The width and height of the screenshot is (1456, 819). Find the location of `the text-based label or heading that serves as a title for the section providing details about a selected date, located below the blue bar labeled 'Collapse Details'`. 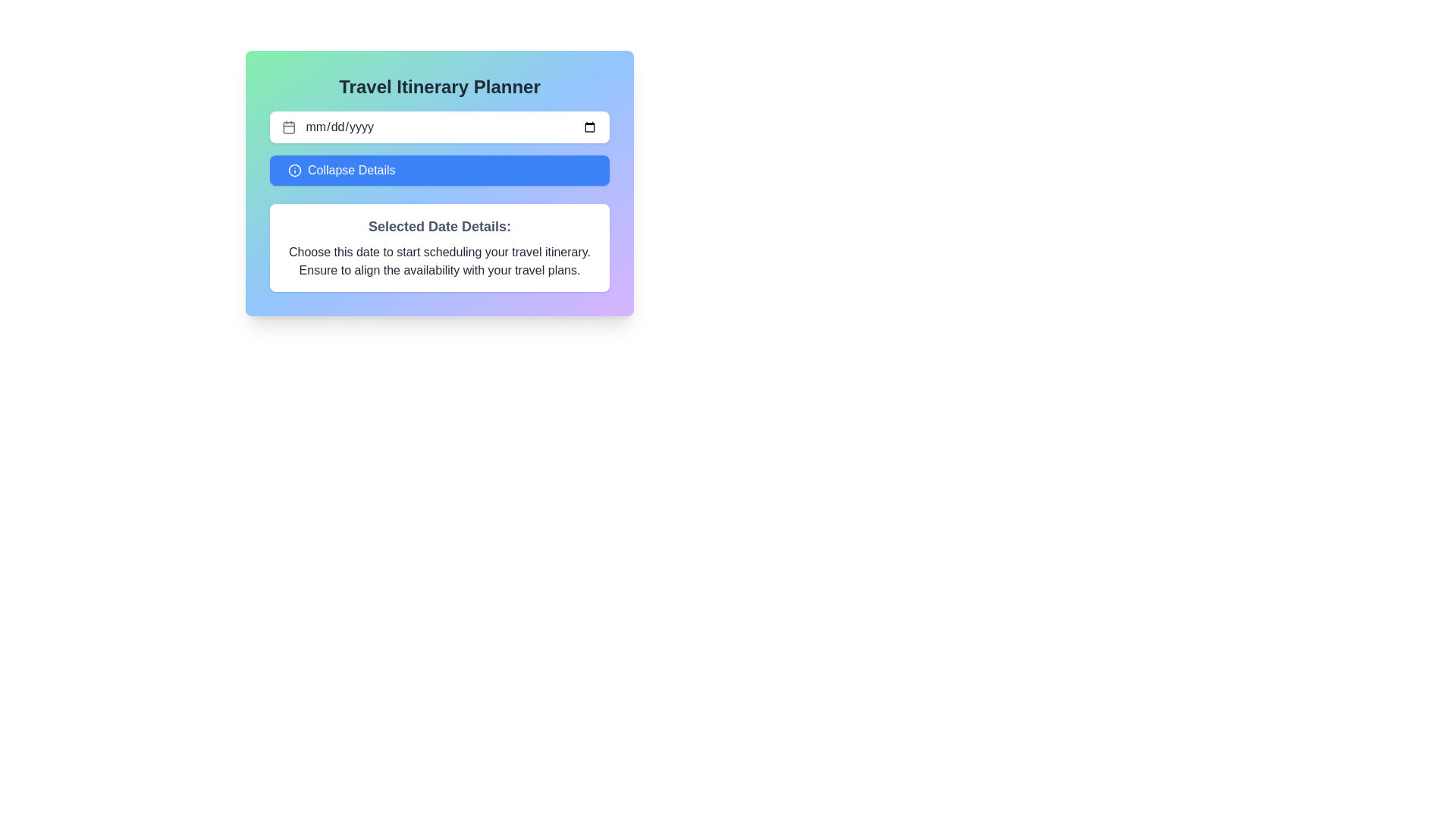

the text-based label or heading that serves as a title for the section providing details about a selected date, located below the blue bar labeled 'Collapse Details' is located at coordinates (439, 227).